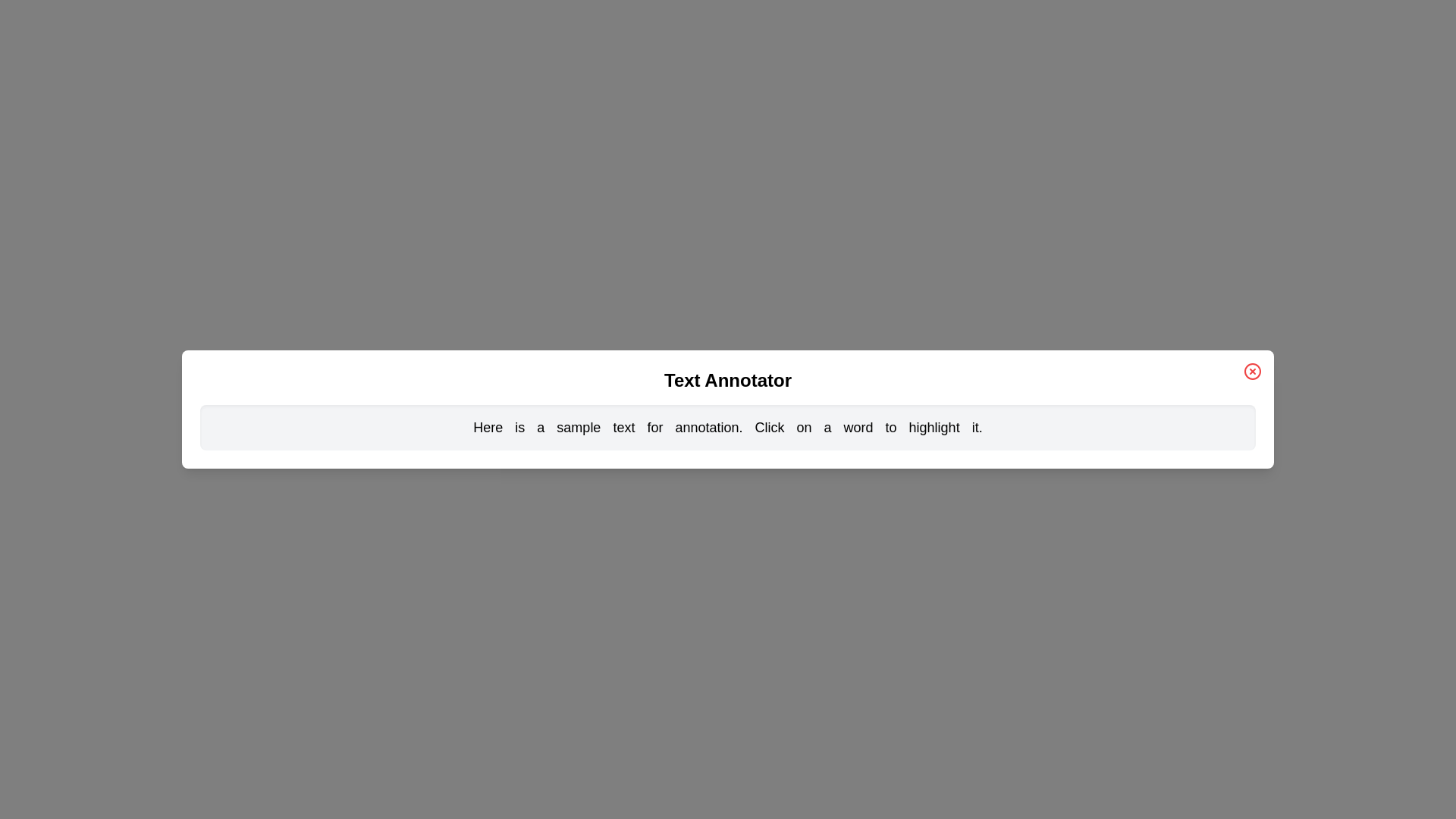 The image size is (1456, 819). I want to click on the word 'a' to toggle its highlighting, so click(827, 427).